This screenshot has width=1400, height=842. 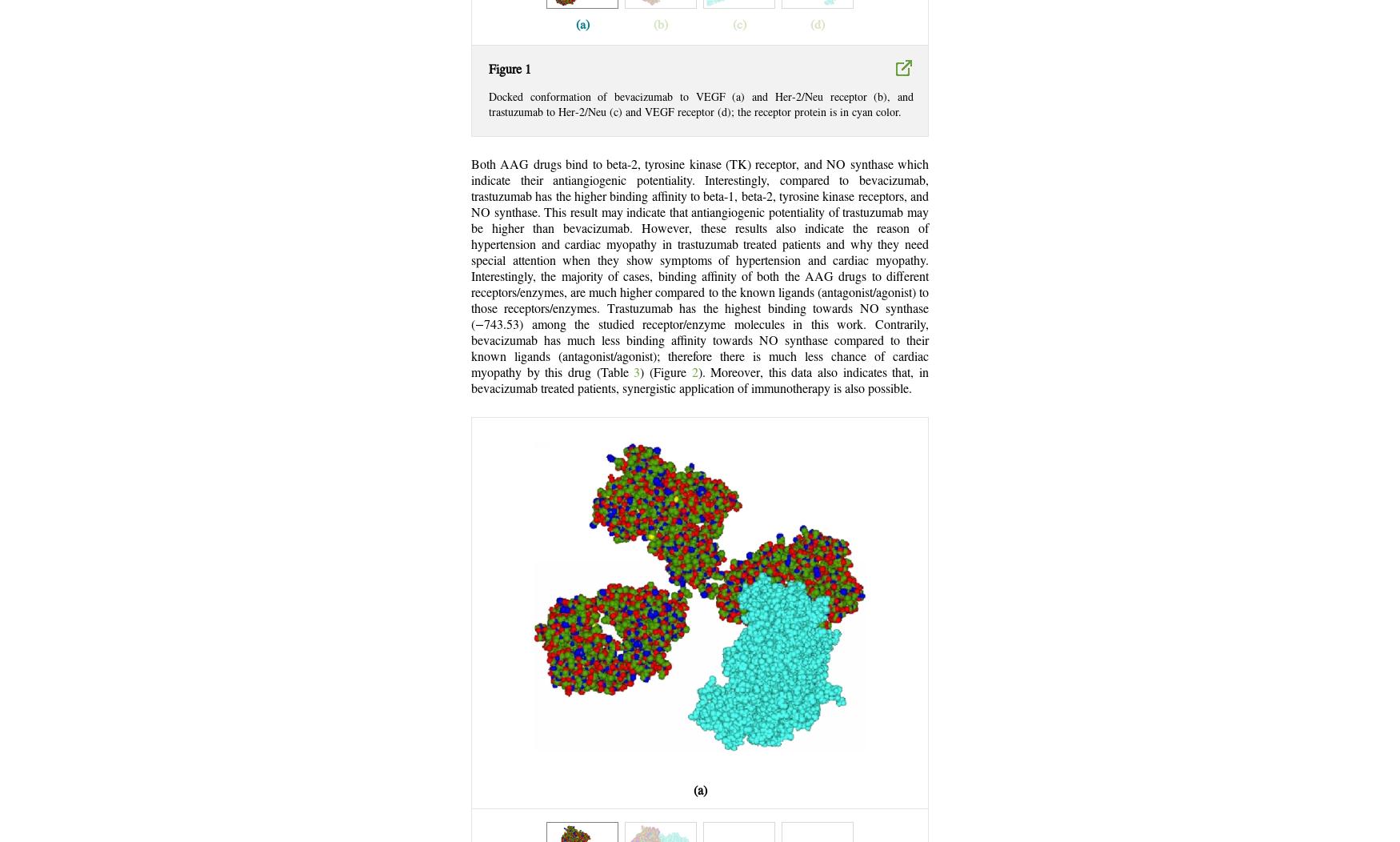 What do you see at coordinates (694, 373) in the screenshot?
I see `'2'` at bounding box center [694, 373].